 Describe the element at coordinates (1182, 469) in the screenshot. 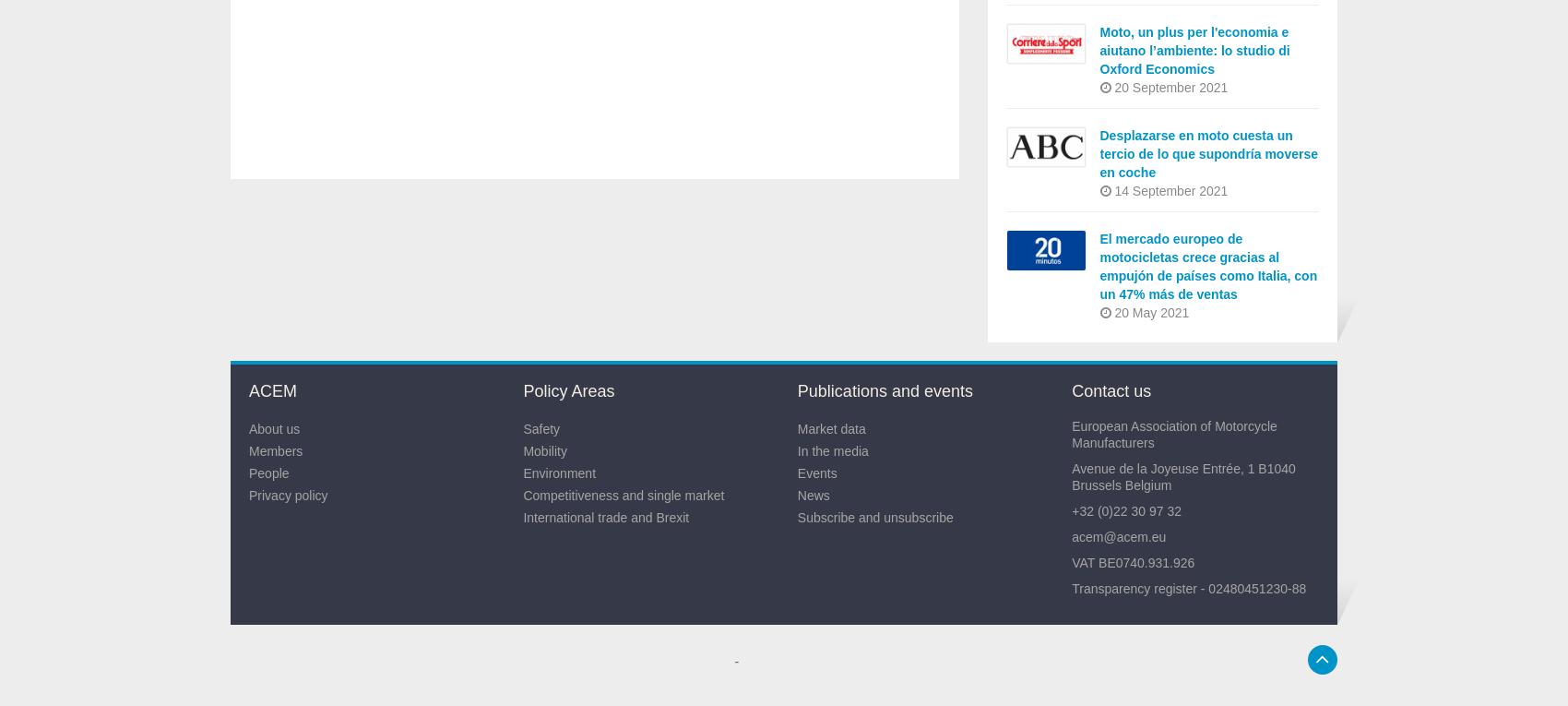

I see `'Avenue de la Joyeuse Entrée, 1 B1040'` at that location.